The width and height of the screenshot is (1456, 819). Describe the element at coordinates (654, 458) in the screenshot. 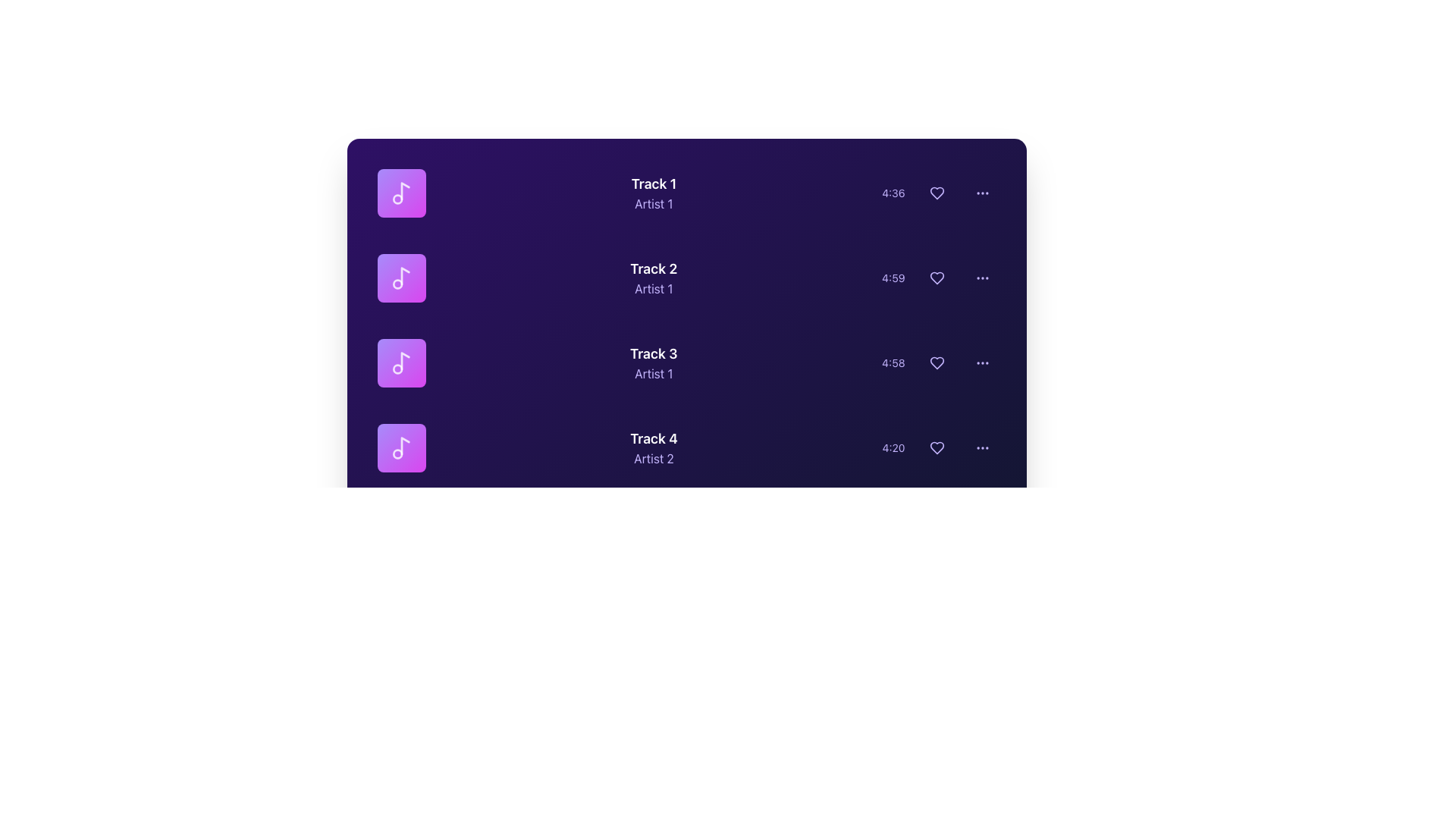

I see `the text label displaying 'Artist 2', which is styled in violet color and located below 'Track 4' in the list of tracks` at that location.